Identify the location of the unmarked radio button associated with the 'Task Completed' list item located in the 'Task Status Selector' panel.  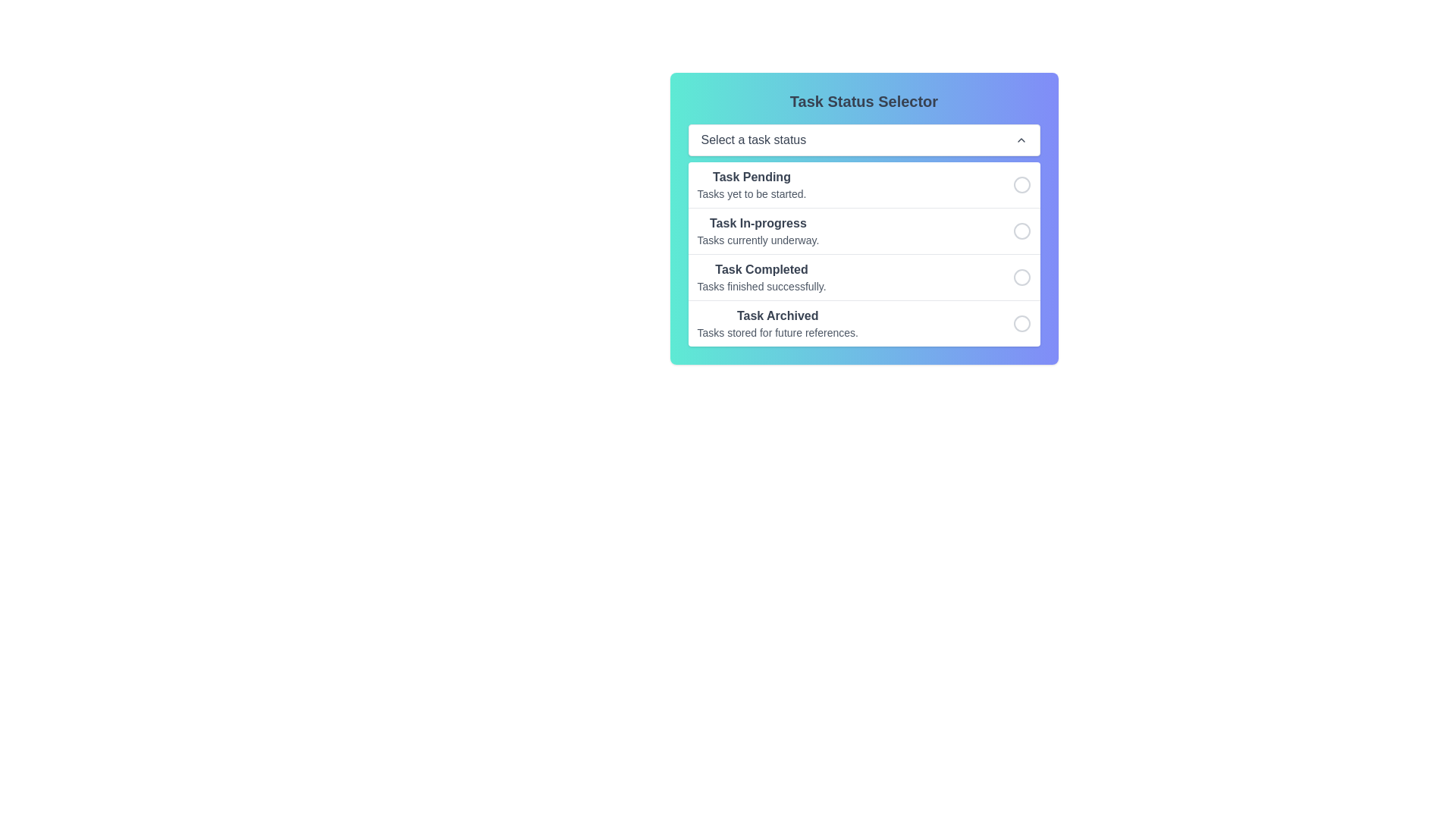
(864, 277).